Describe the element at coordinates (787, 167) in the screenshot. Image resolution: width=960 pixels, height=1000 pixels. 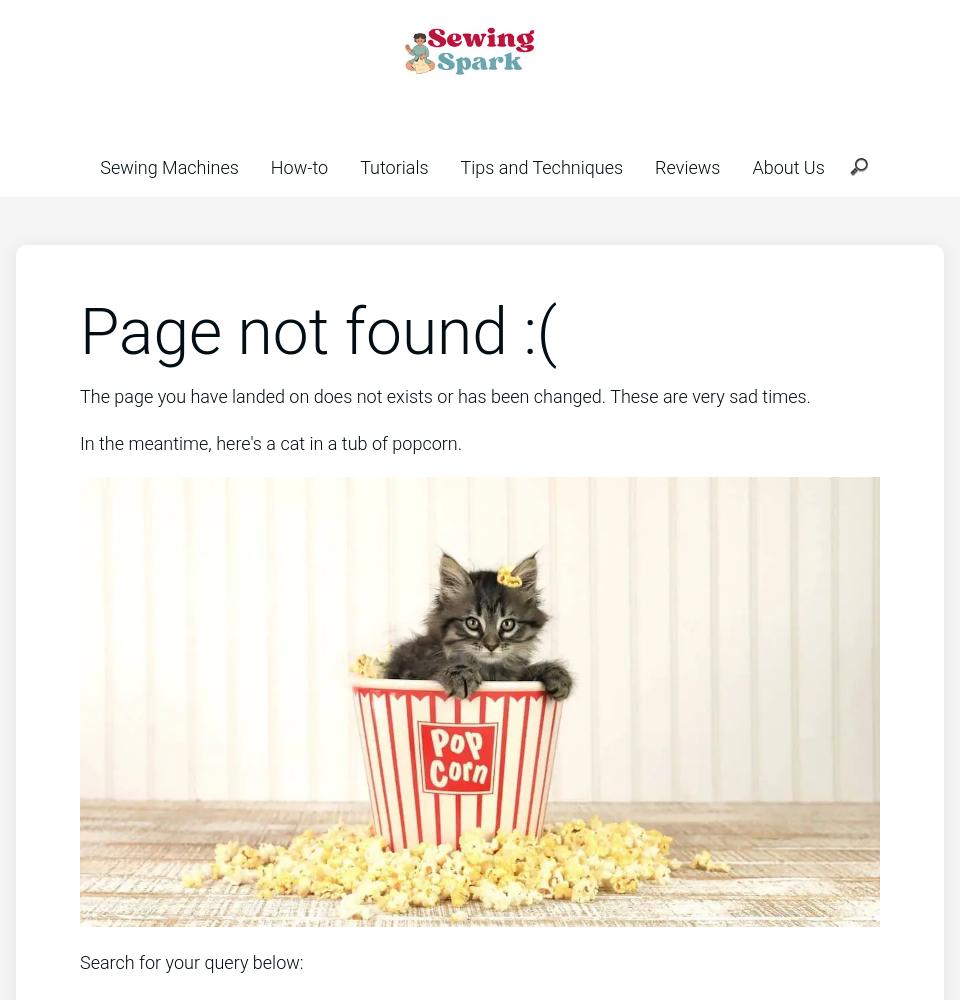
I see `'About Us'` at that location.